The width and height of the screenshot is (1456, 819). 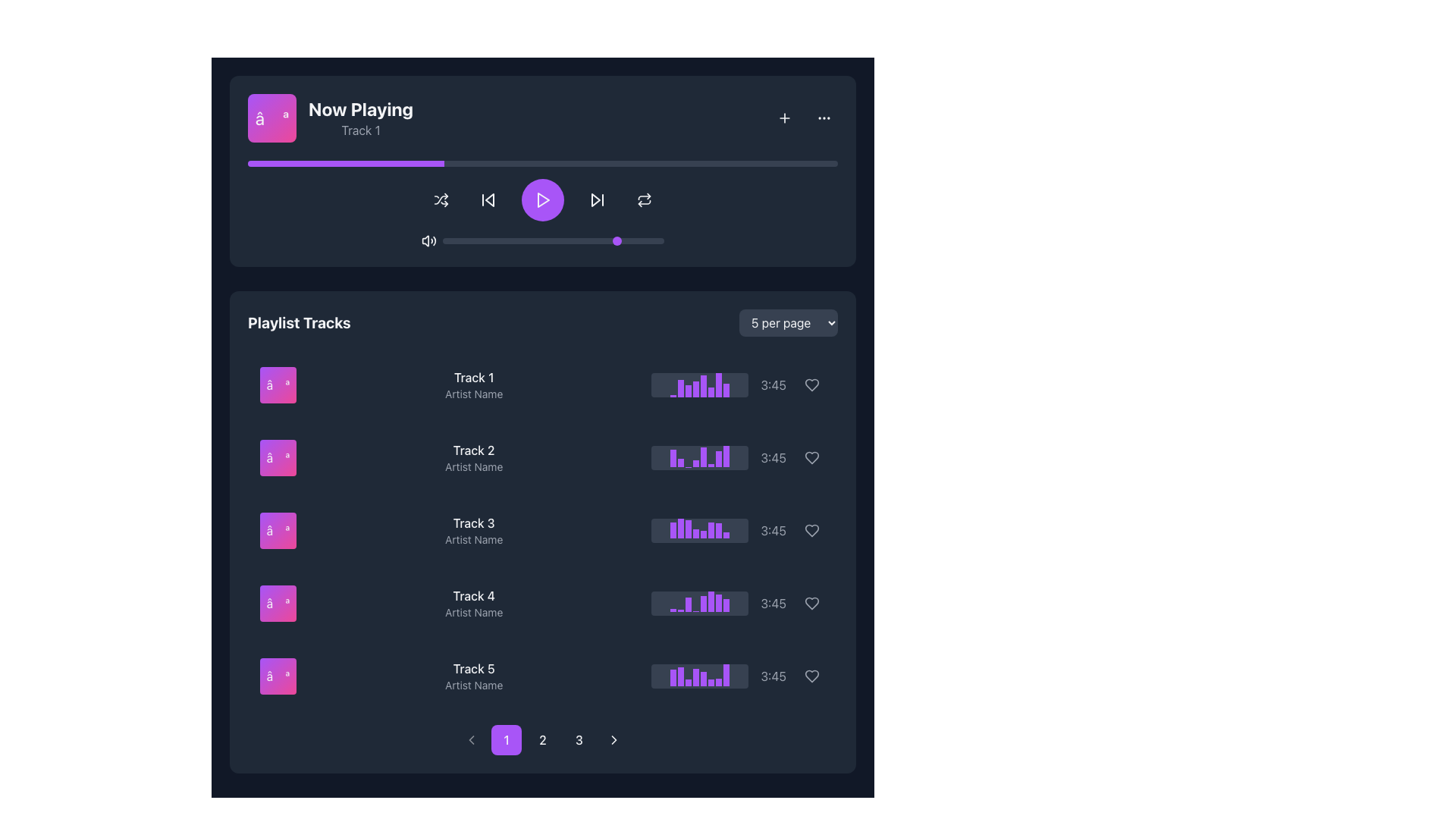 What do you see at coordinates (773, 675) in the screenshot?
I see `the time indicator text label located on the far right side of the fifth row in the playlist track list, which displays the duration of the audio track` at bounding box center [773, 675].